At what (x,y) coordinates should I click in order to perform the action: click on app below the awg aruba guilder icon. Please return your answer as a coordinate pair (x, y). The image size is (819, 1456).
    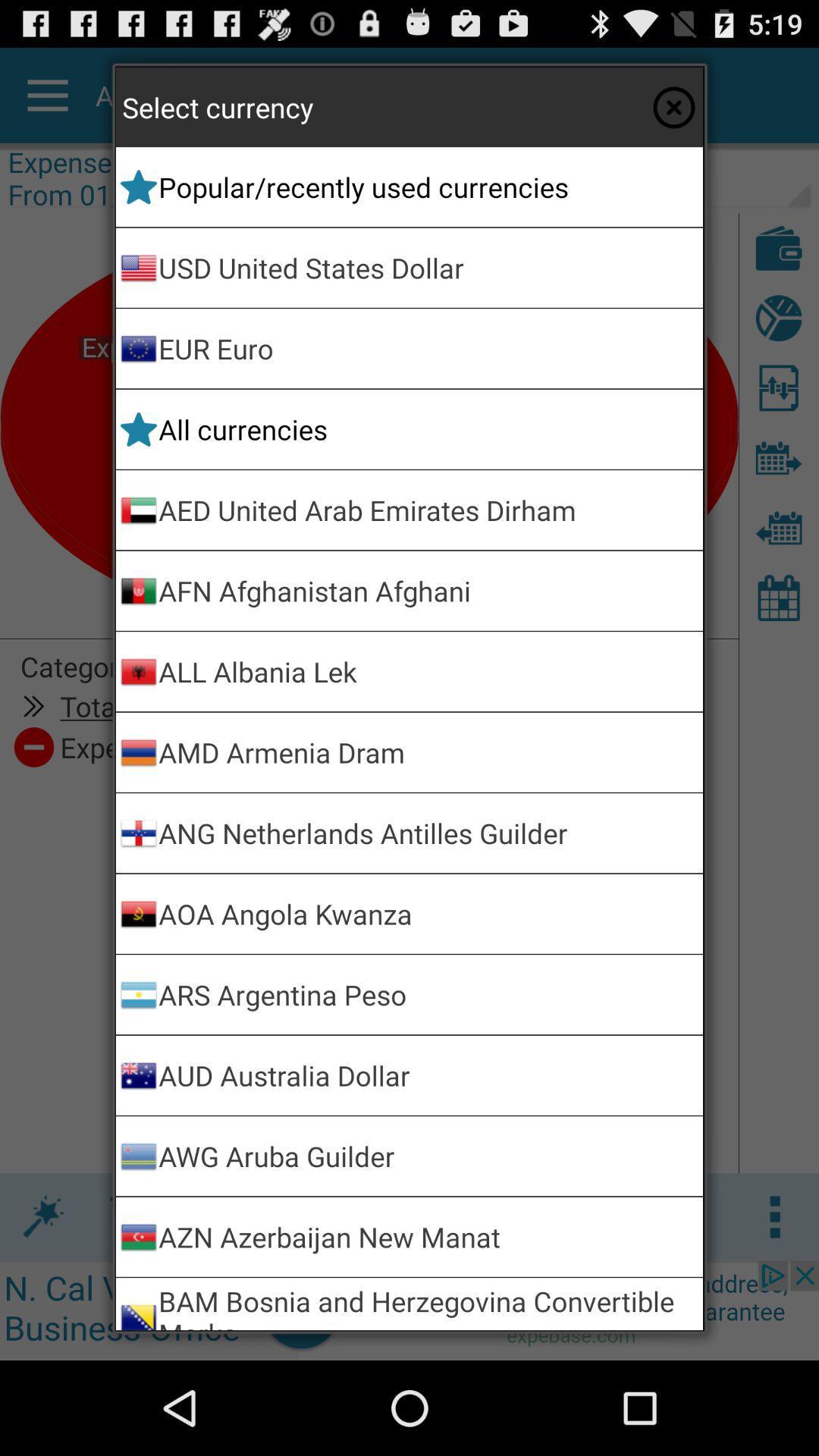
    Looking at the image, I should click on (428, 1237).